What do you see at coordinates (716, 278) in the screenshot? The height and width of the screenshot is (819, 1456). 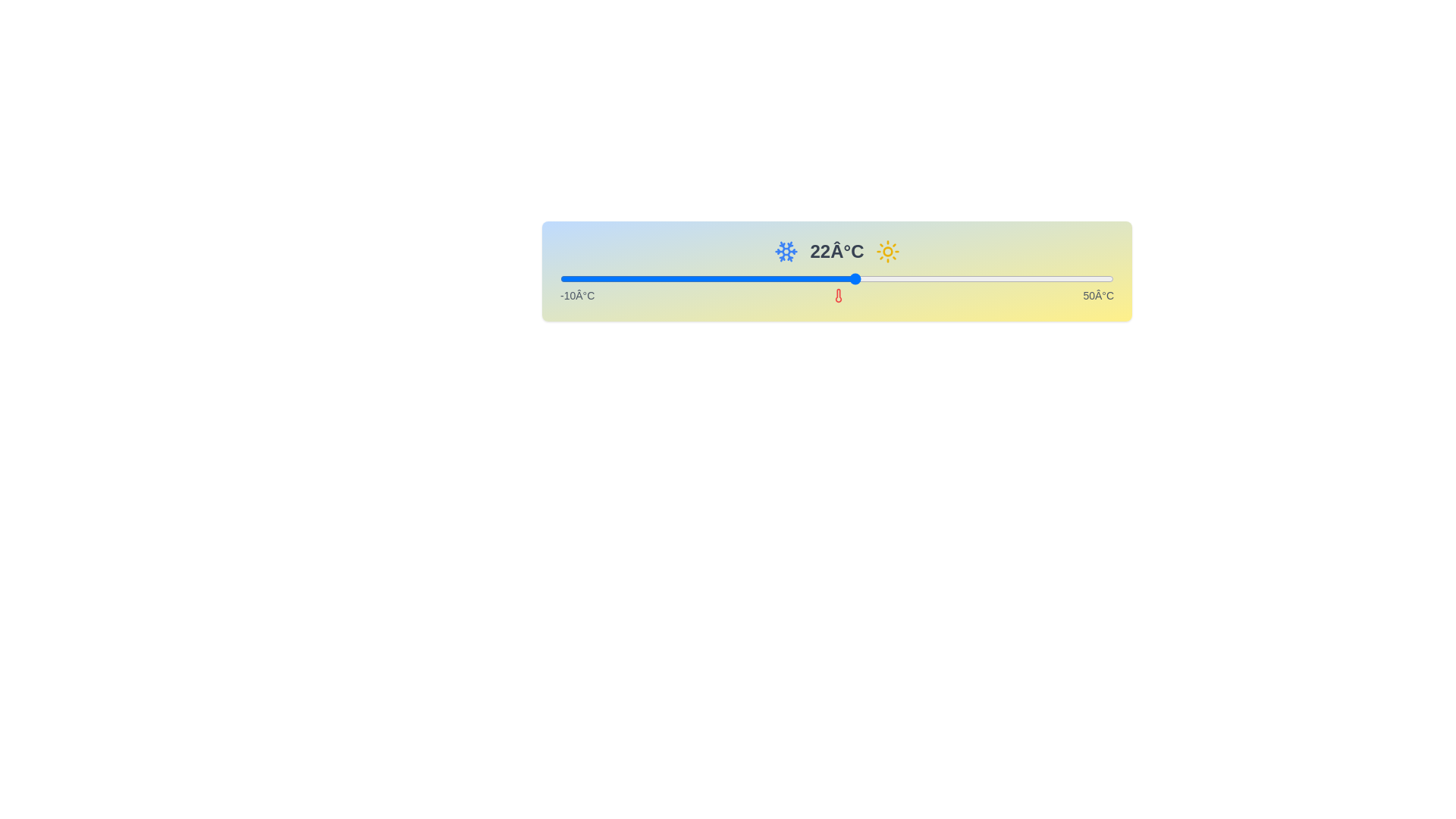 I see `the temperature slider to 7°C` at bounding box center [716, 278].